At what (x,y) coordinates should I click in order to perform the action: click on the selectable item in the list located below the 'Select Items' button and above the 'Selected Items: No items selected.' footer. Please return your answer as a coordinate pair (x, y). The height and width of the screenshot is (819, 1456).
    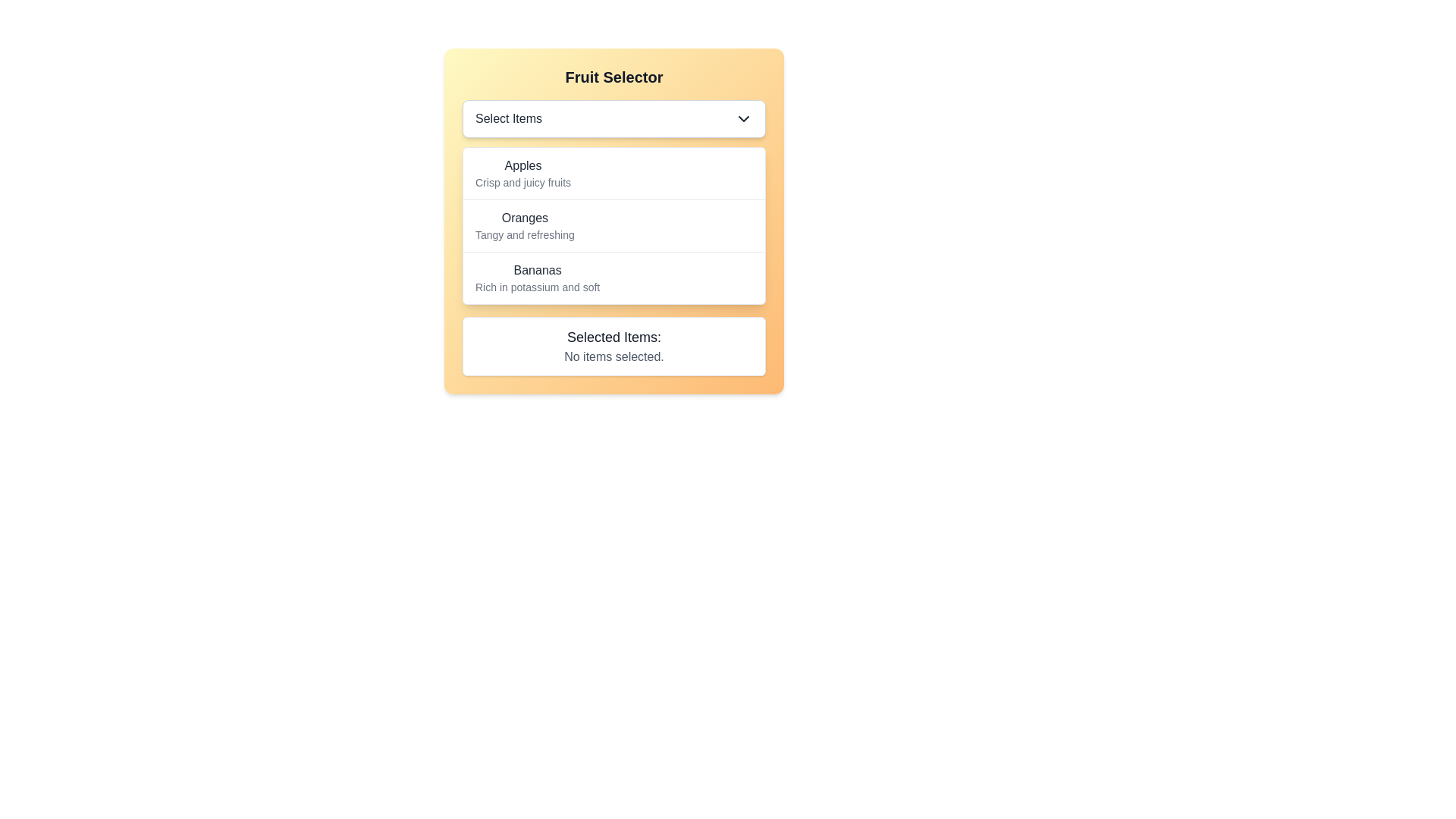
    Looking at the image, I should click on (614, 225).